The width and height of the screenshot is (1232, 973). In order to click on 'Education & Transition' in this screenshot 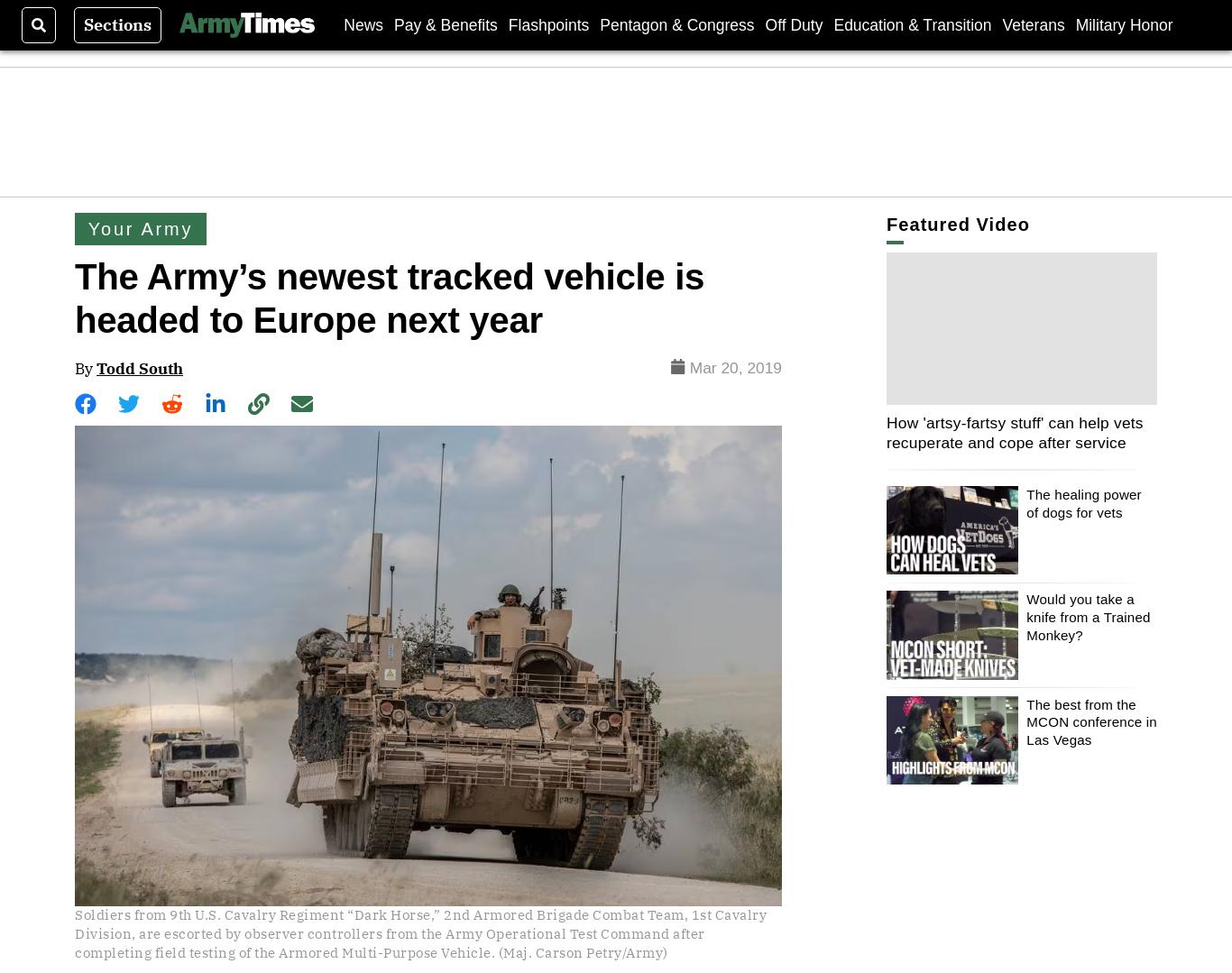, I will do `click(912, 24)`.